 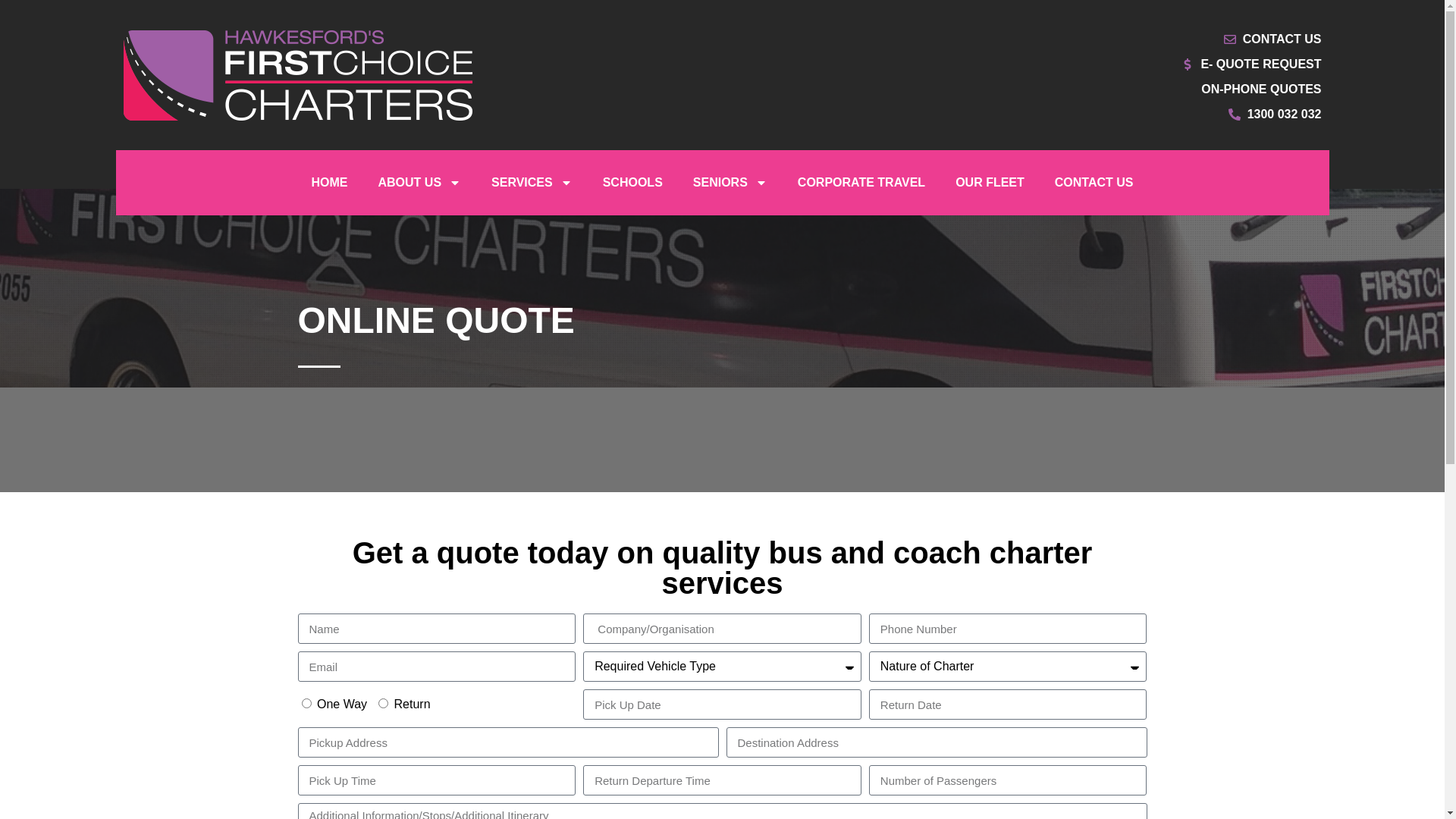 What do you see at coordinates (783, 181) in the screenshot?
I see `'CORPORATE TRAVEL'` at bounding box center [783, 181].